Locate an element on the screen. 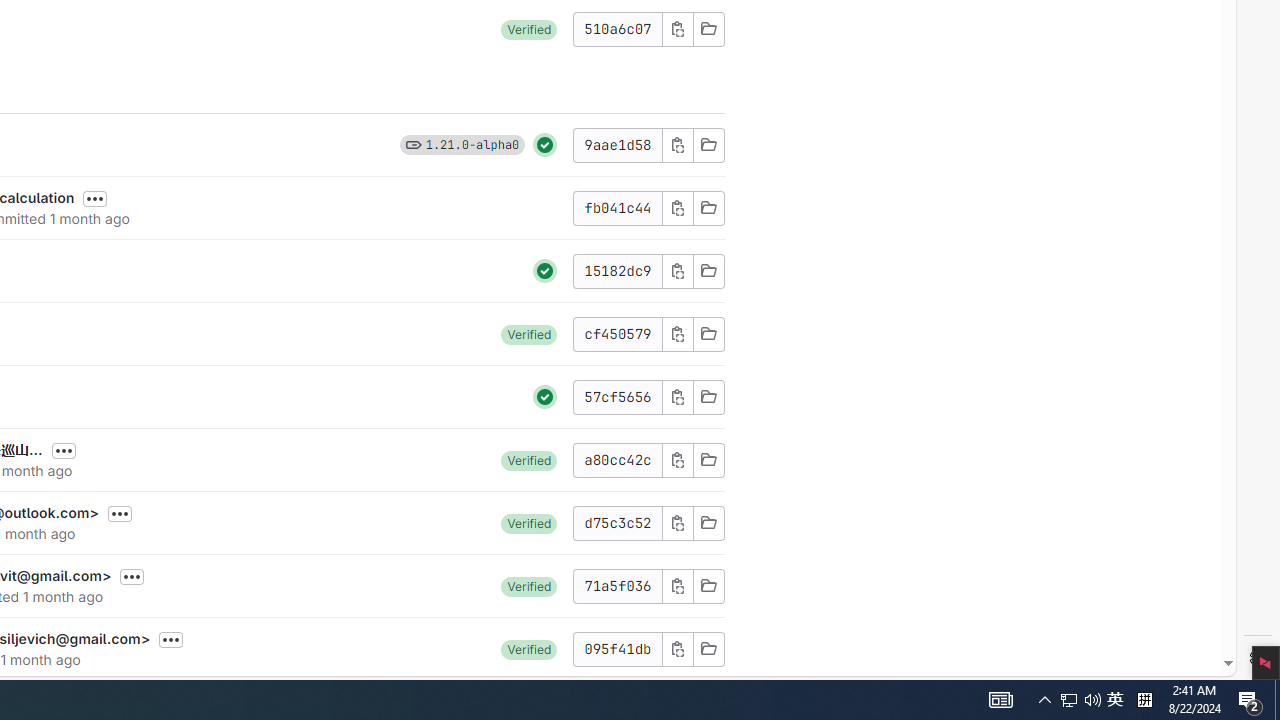  'Show desktop' is located at coordinates (1276, 698).